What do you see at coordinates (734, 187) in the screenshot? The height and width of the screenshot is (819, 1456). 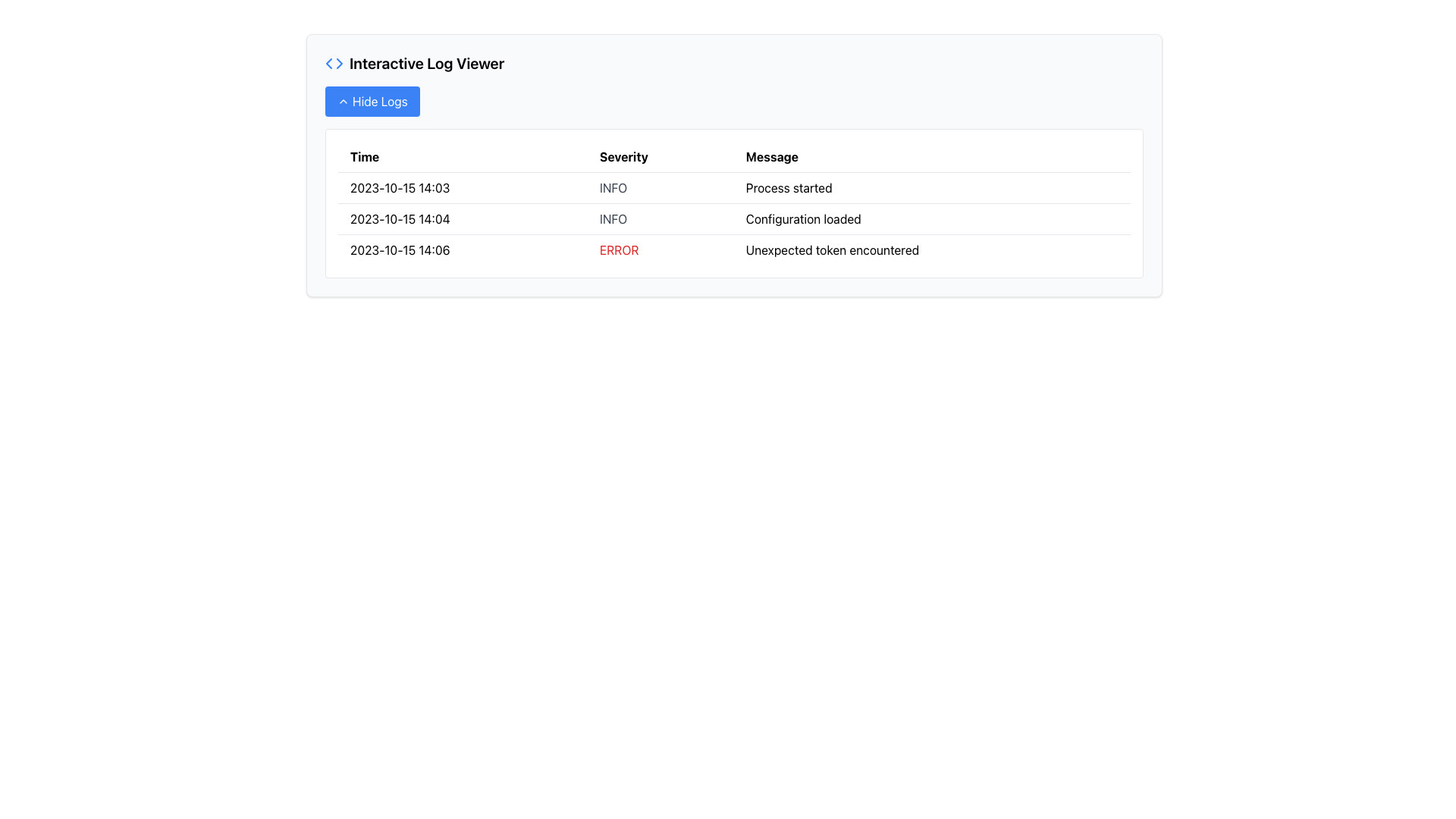 I see `the first log entry row in the log viewer table containing the timestamp '2023-10-15 14:03', severity 'INFO', and message 'Process started'` at bounding box center [734, 187].